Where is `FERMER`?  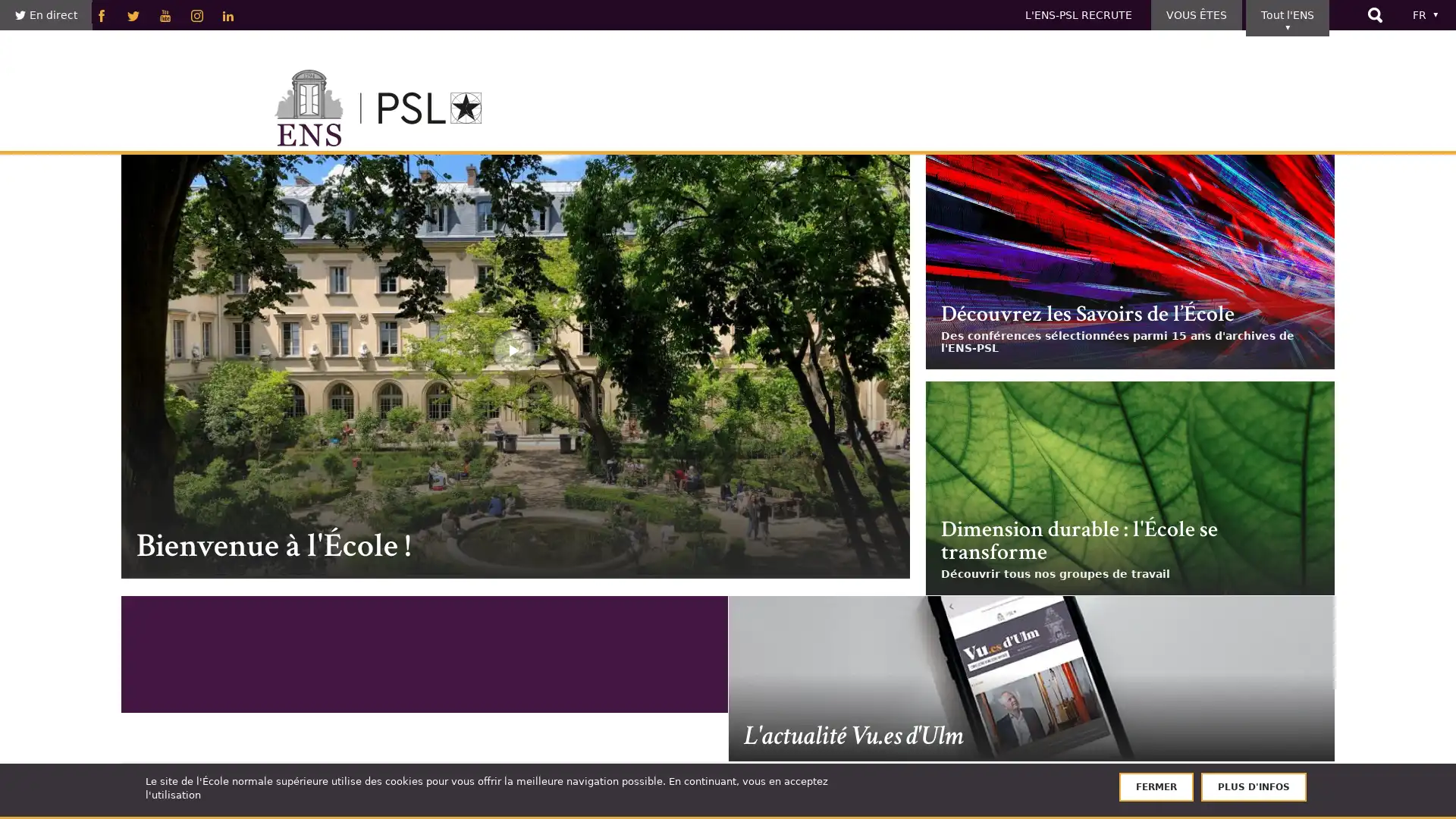
FERMER is located at coordinates (1156, 786).